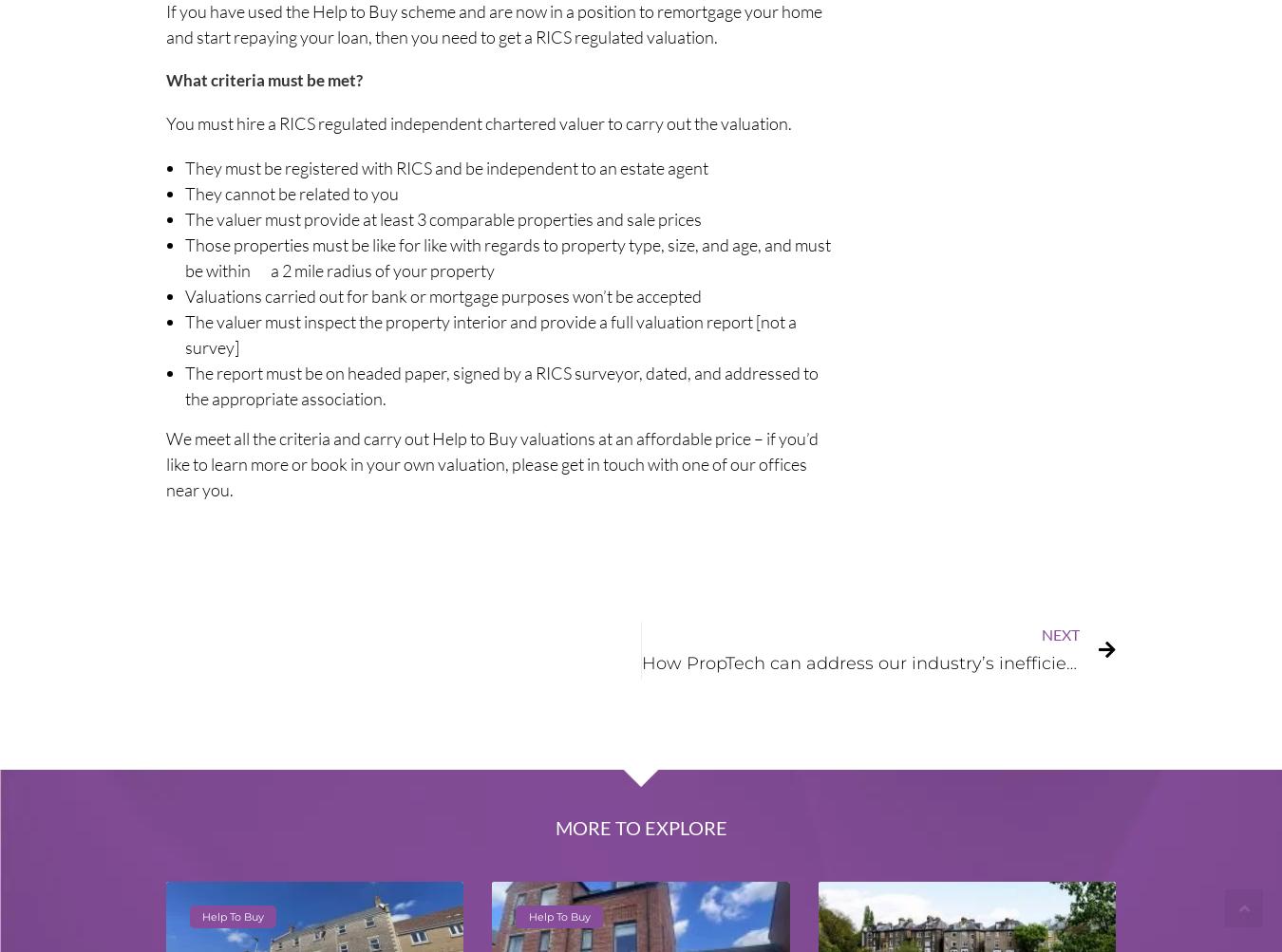 The width and height of the screenshot is (1282, 952). Describe the element at coordinates (493, 23) in the screenshot. I see `'If you have used the Help to Buy scheme and are now in a position to remortgage your home and start repaying your loan, then you need to get a RICS regulated valuation.'` at that location.